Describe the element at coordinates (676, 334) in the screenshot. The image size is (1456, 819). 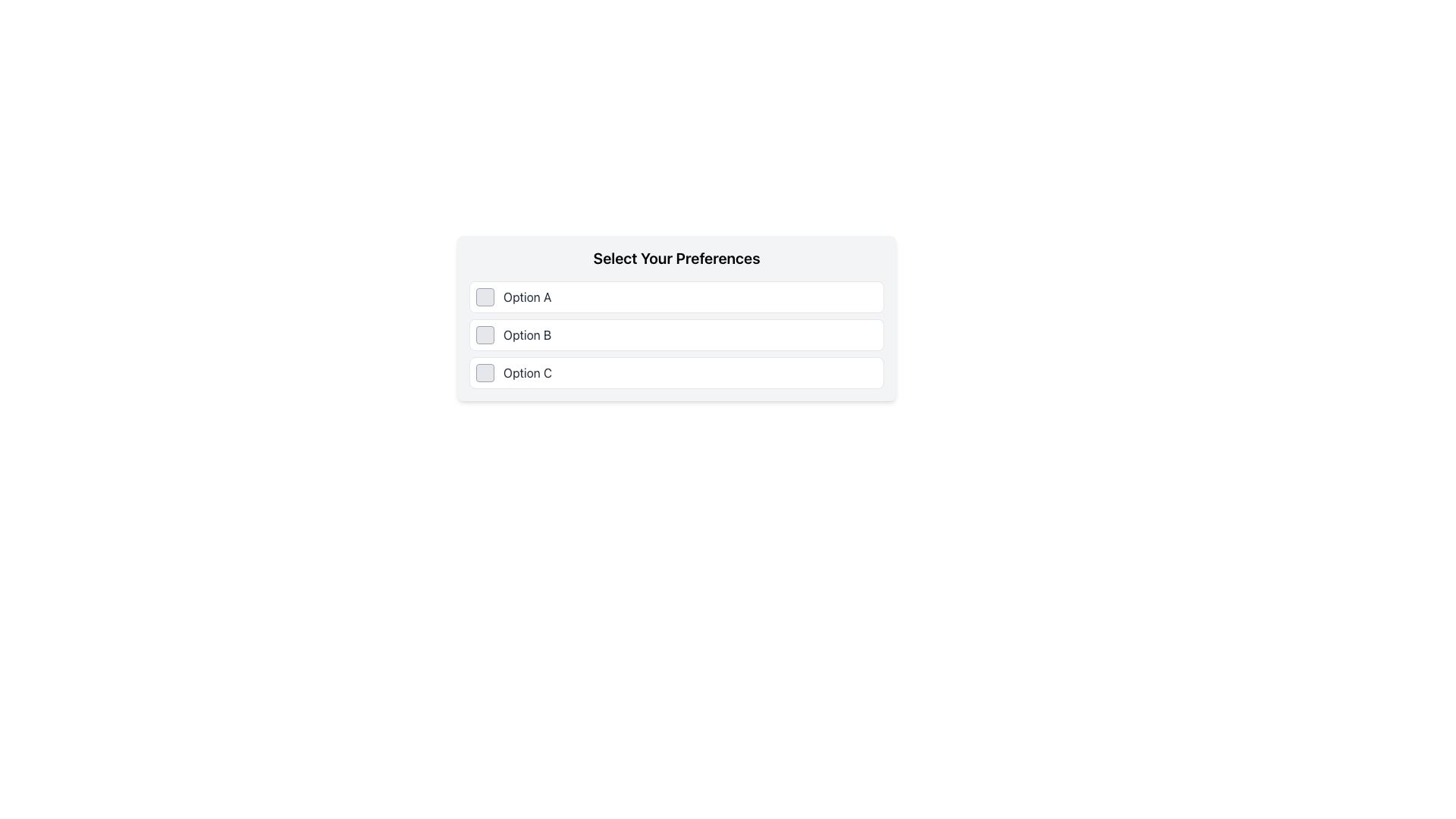
I see `the selectable list item with a checkbox labeled 'Option B'` at that location.